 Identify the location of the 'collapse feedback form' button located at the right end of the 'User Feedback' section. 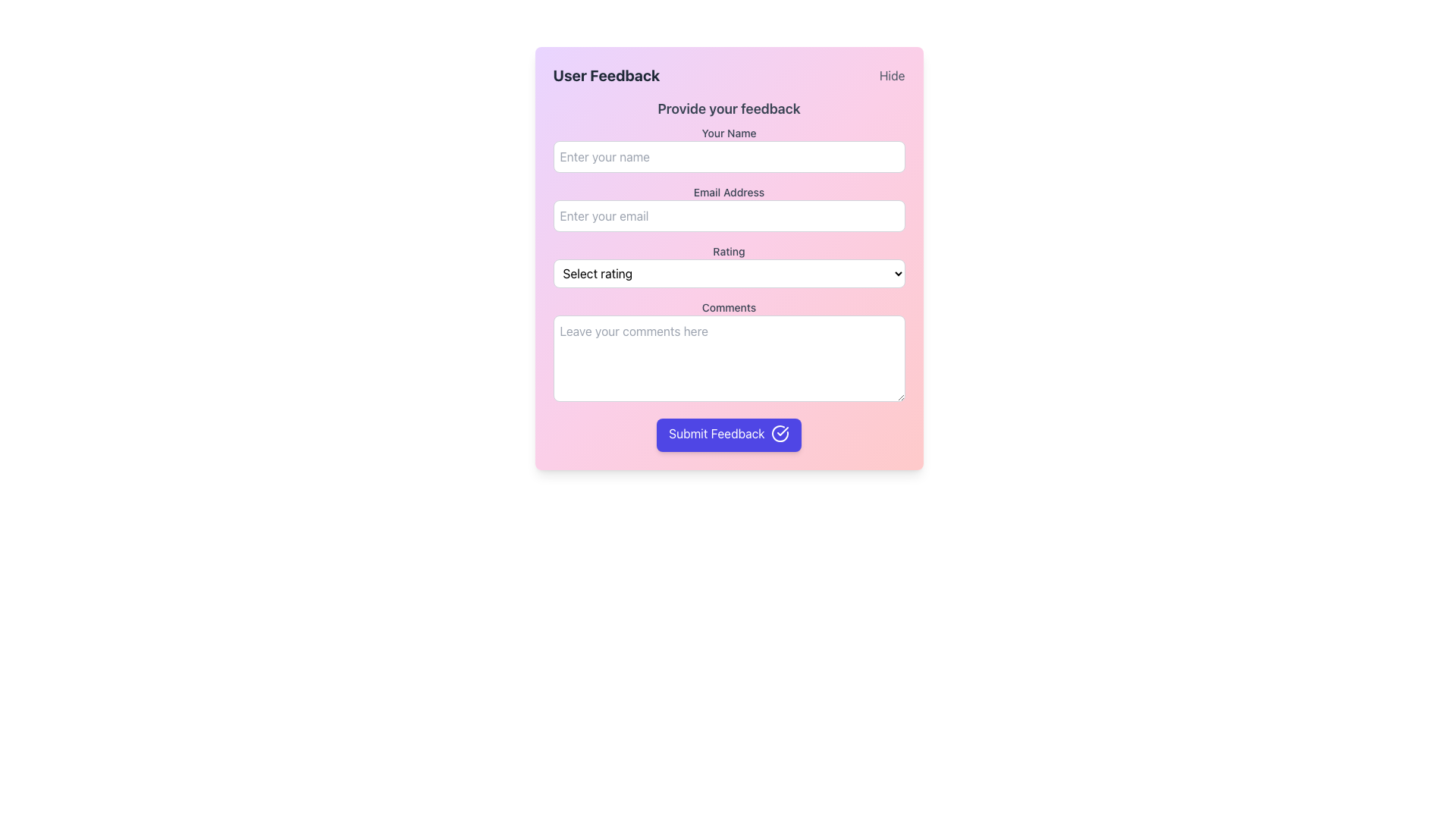
(892, 76).